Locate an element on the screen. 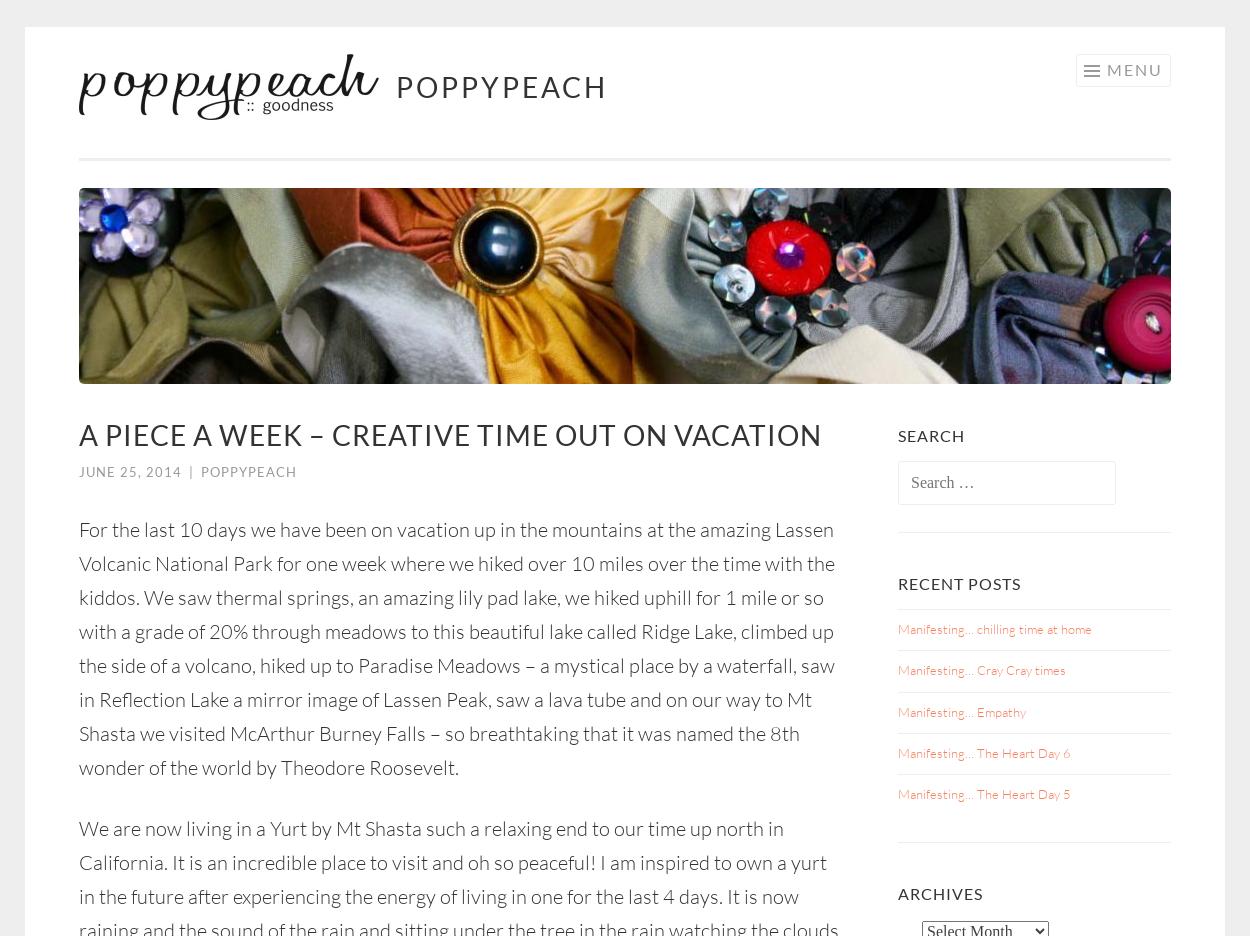 This screenshot has height=936, width=1250. 'Recent Posts' is located at coordinates (898, 582).